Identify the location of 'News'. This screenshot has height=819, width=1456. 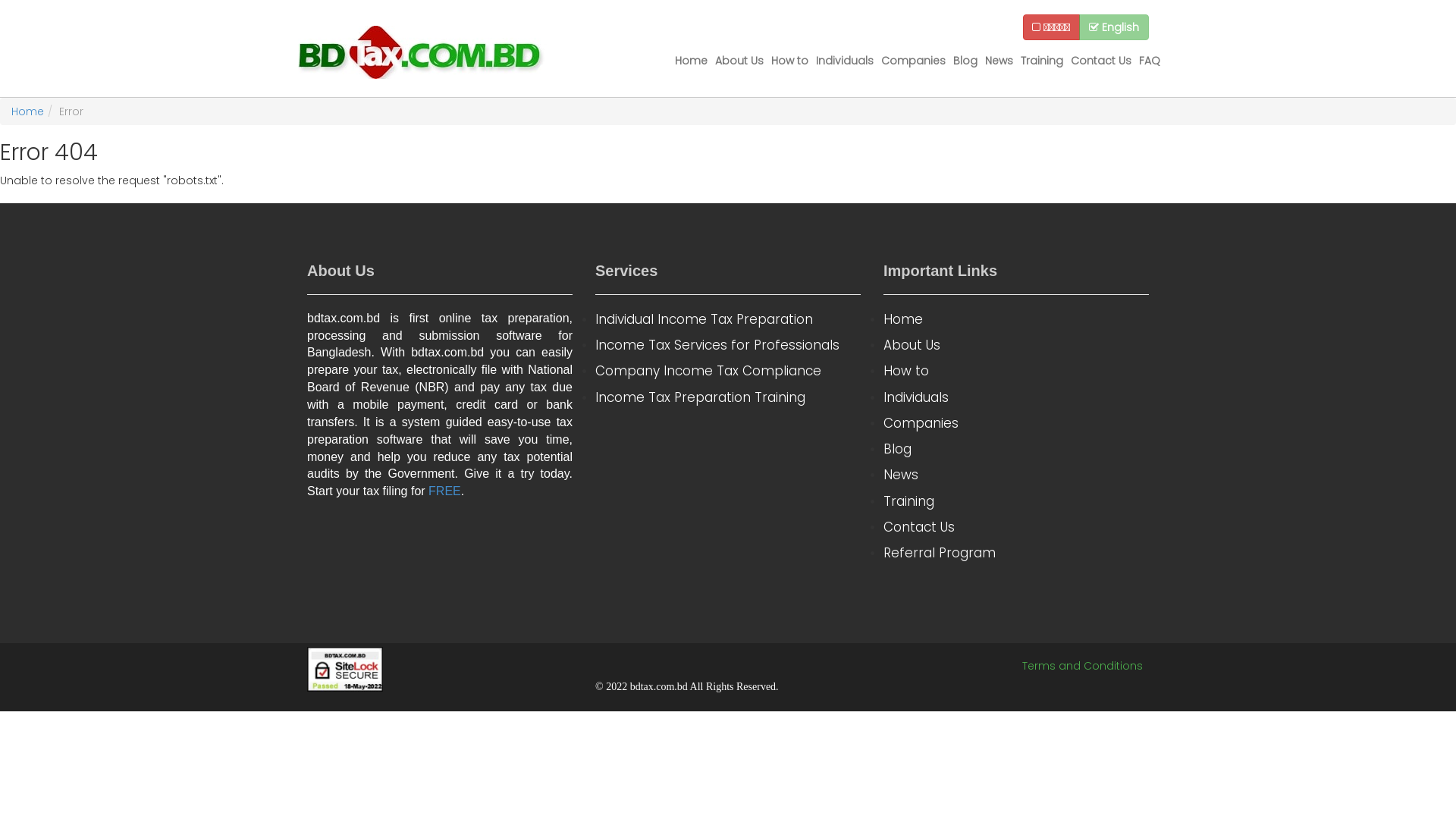
(1015, 473).